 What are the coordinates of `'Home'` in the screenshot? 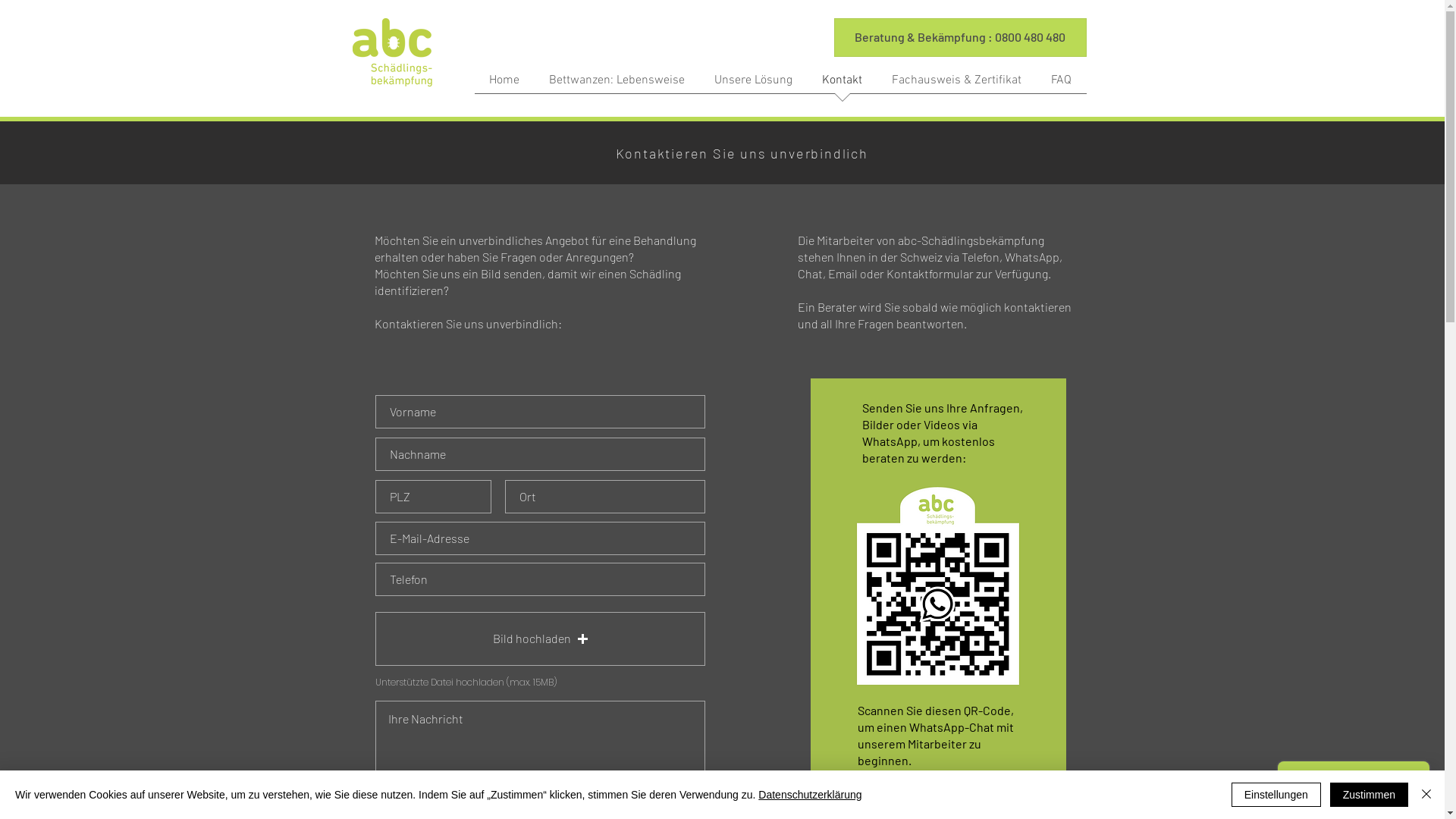 It's located at (504, 85).